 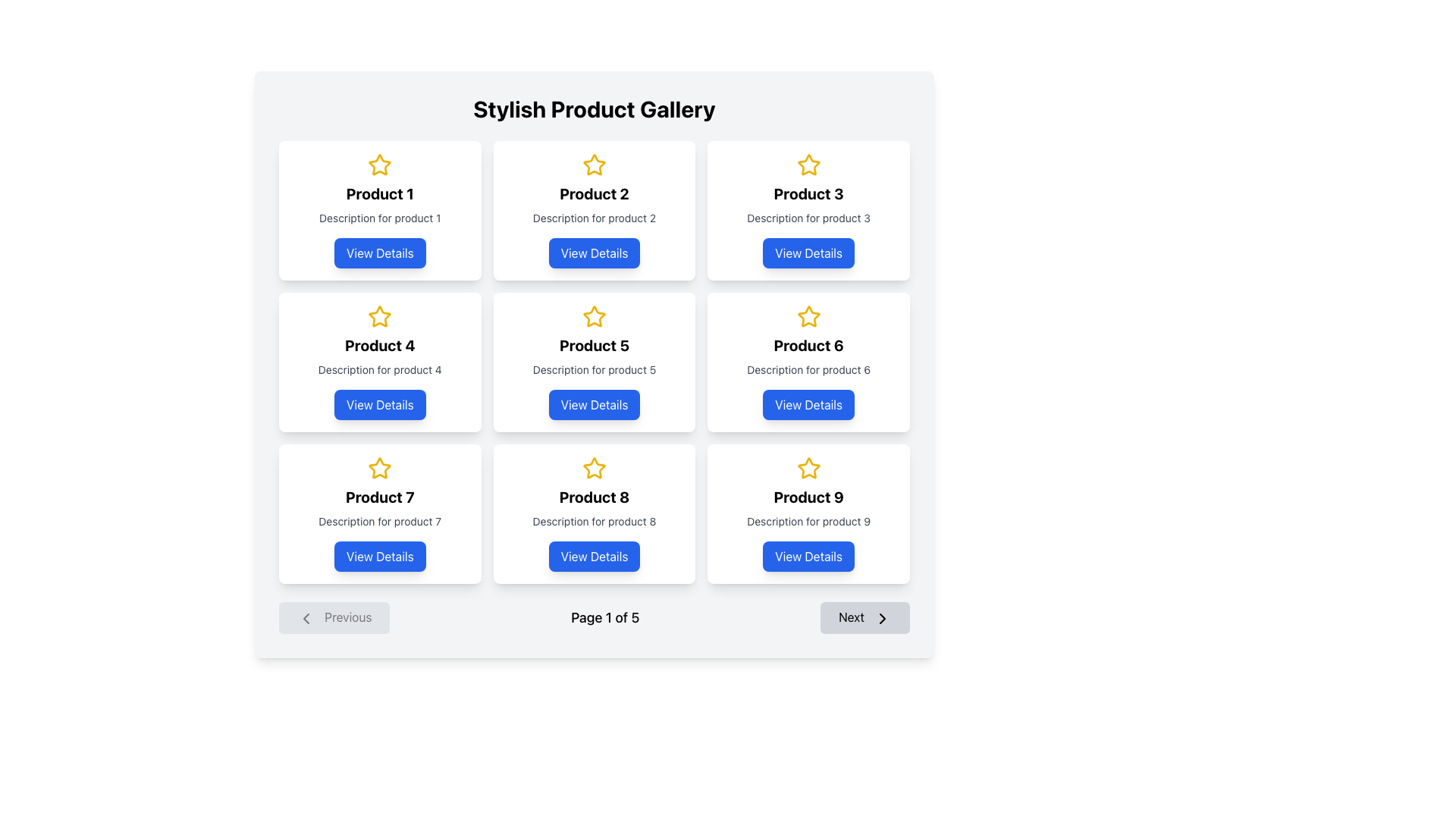 I want to click on the product card displaying information about 'Product 9' located in the ninth position of a 3x3 grid layout, so click(x=808, y=513).